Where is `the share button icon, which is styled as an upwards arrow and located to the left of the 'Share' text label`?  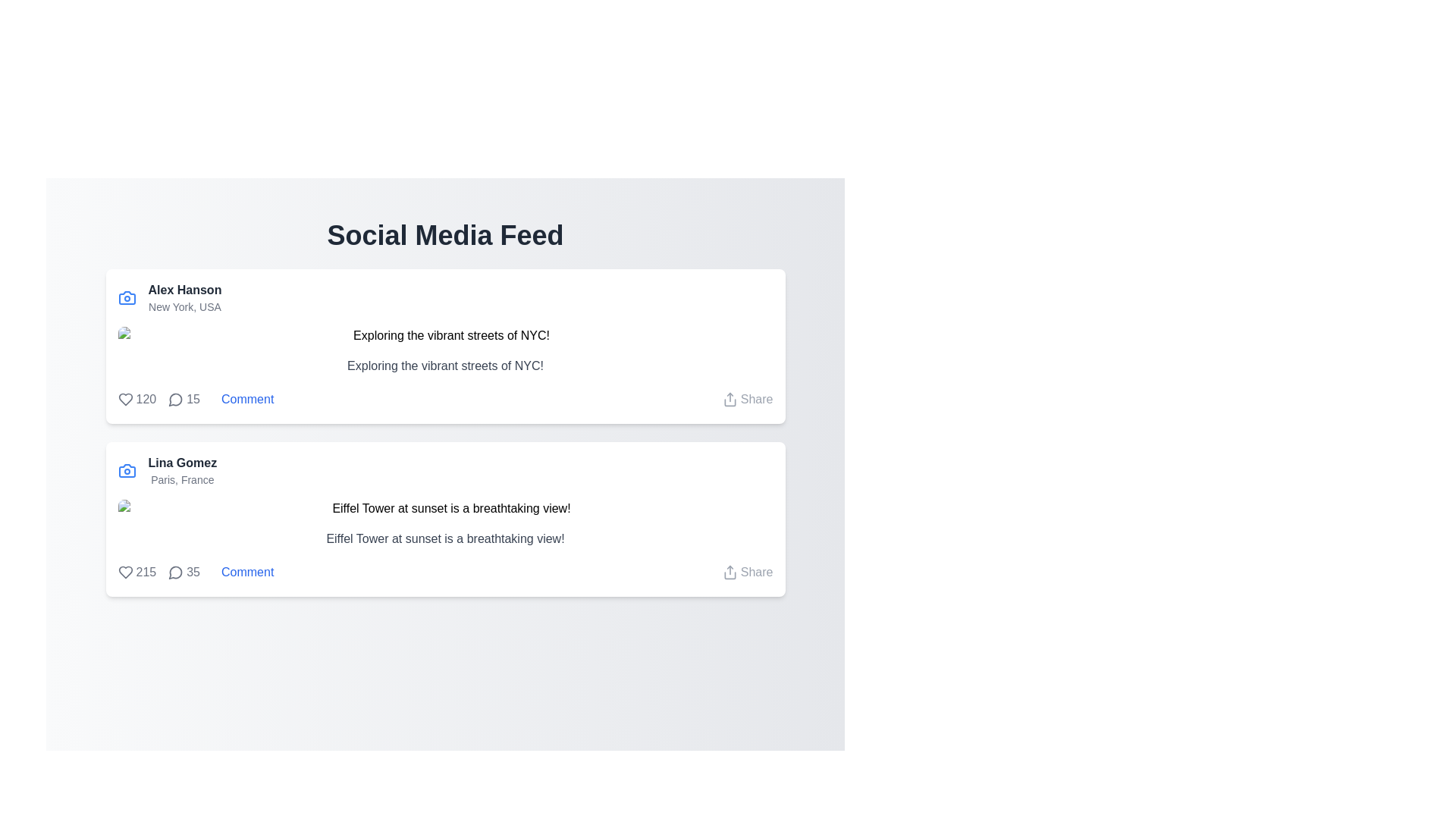 the share button icon, which is styled as an upwards arrow and located to the left of the 'Share' text label is located at coordinates (730, 573).